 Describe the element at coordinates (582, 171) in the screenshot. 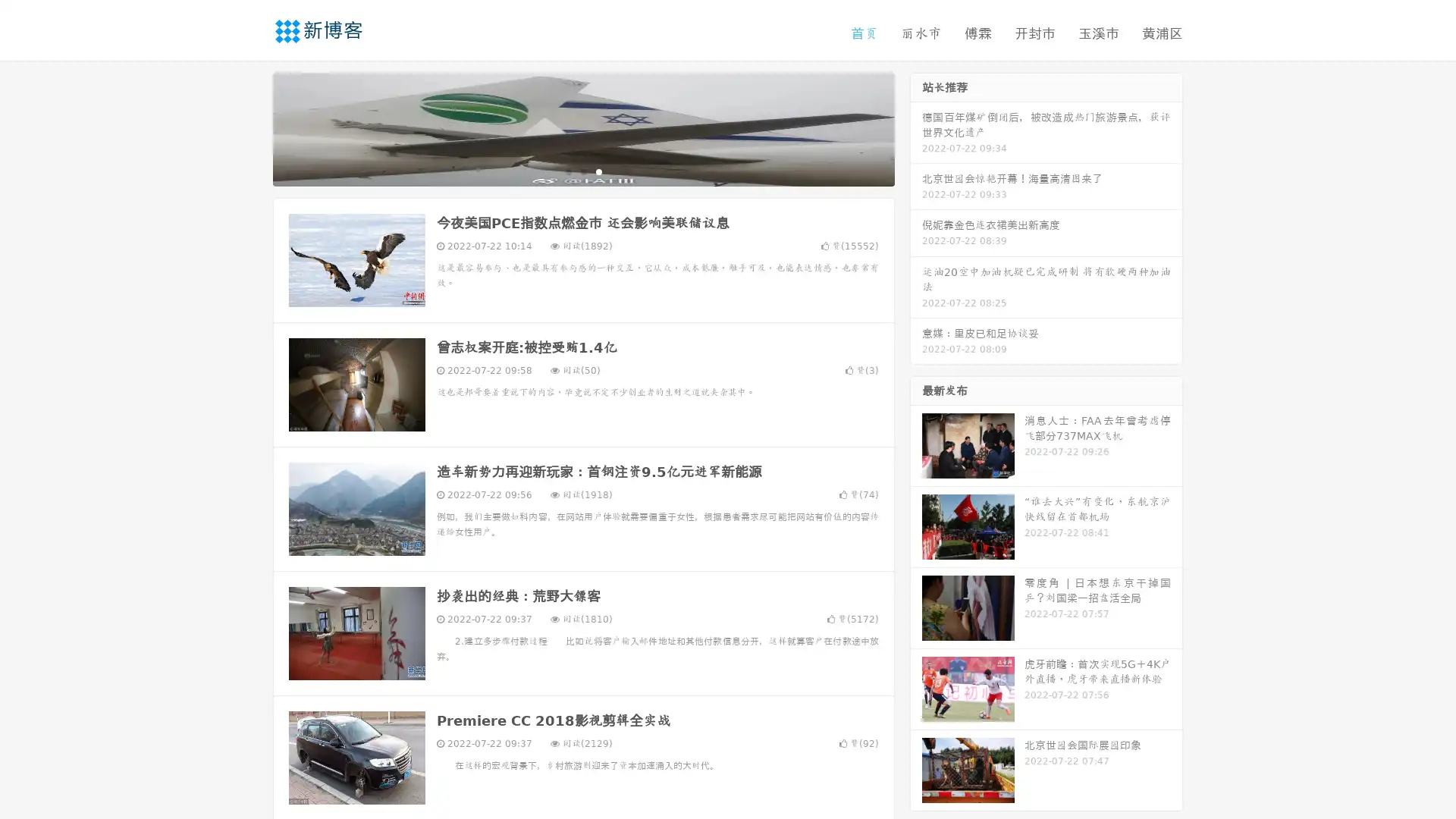

I see `Go to slide 2` at that location.